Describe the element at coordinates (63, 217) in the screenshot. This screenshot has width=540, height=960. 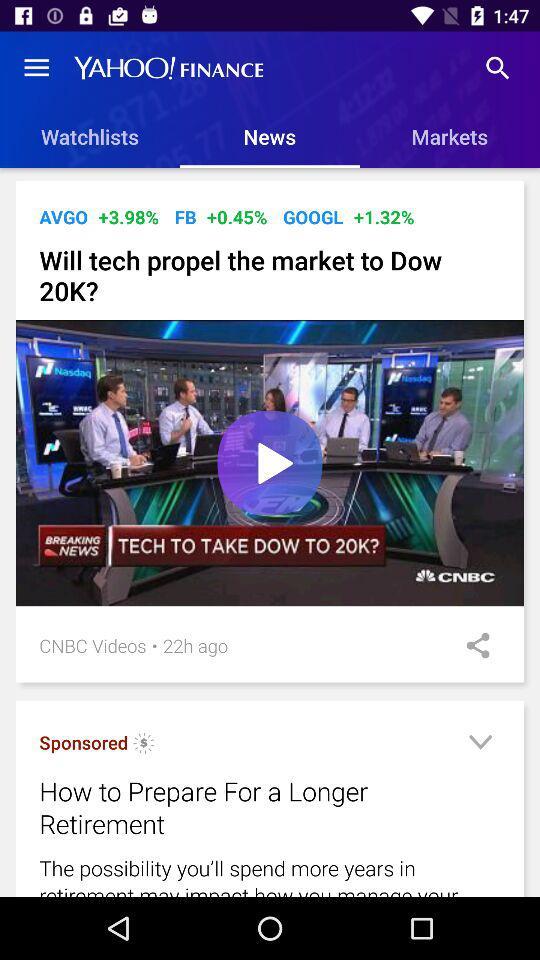
I see `the avgo` at that location.